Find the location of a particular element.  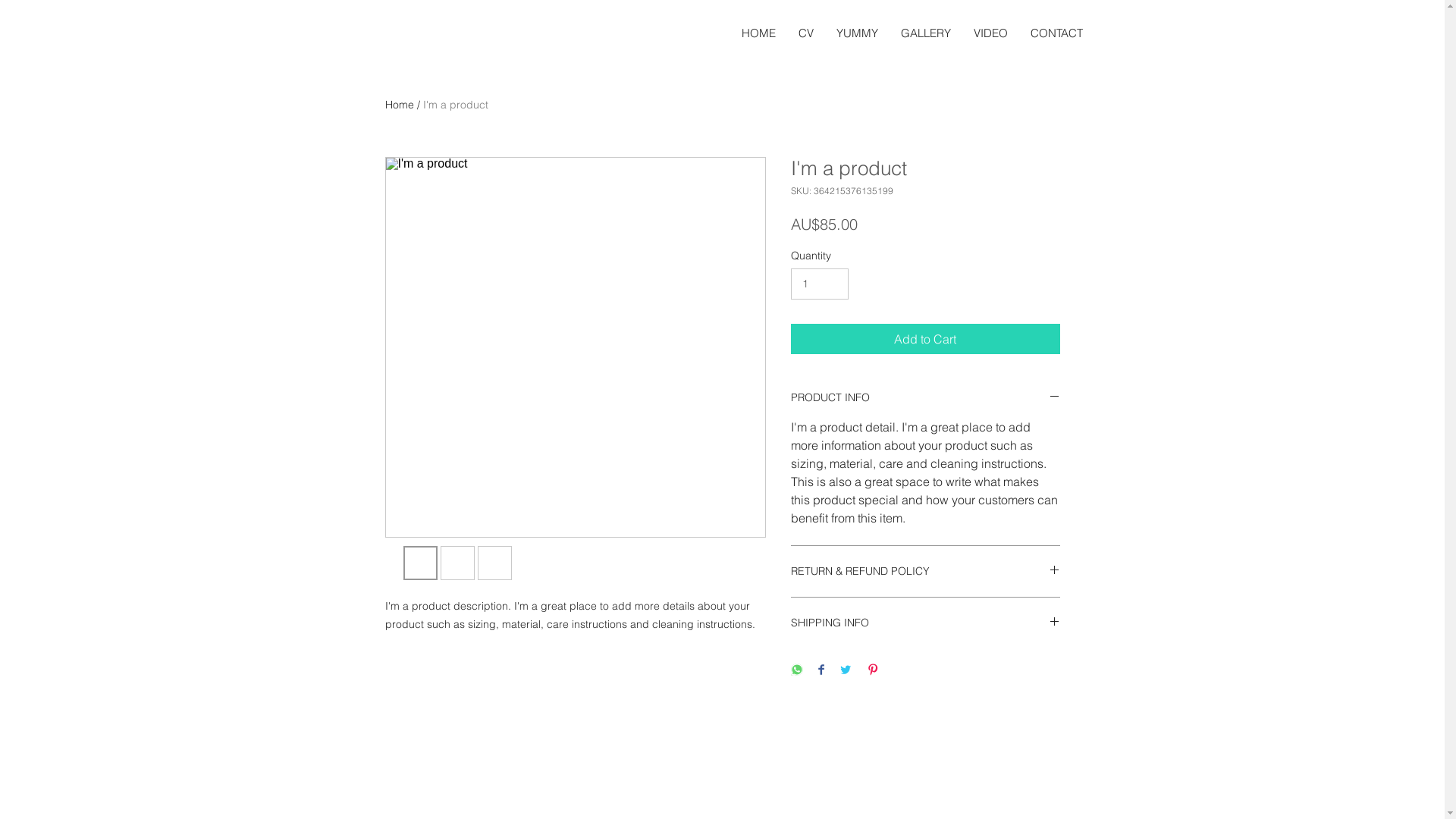

'VIDEO' is located at coordinates (990, 33).